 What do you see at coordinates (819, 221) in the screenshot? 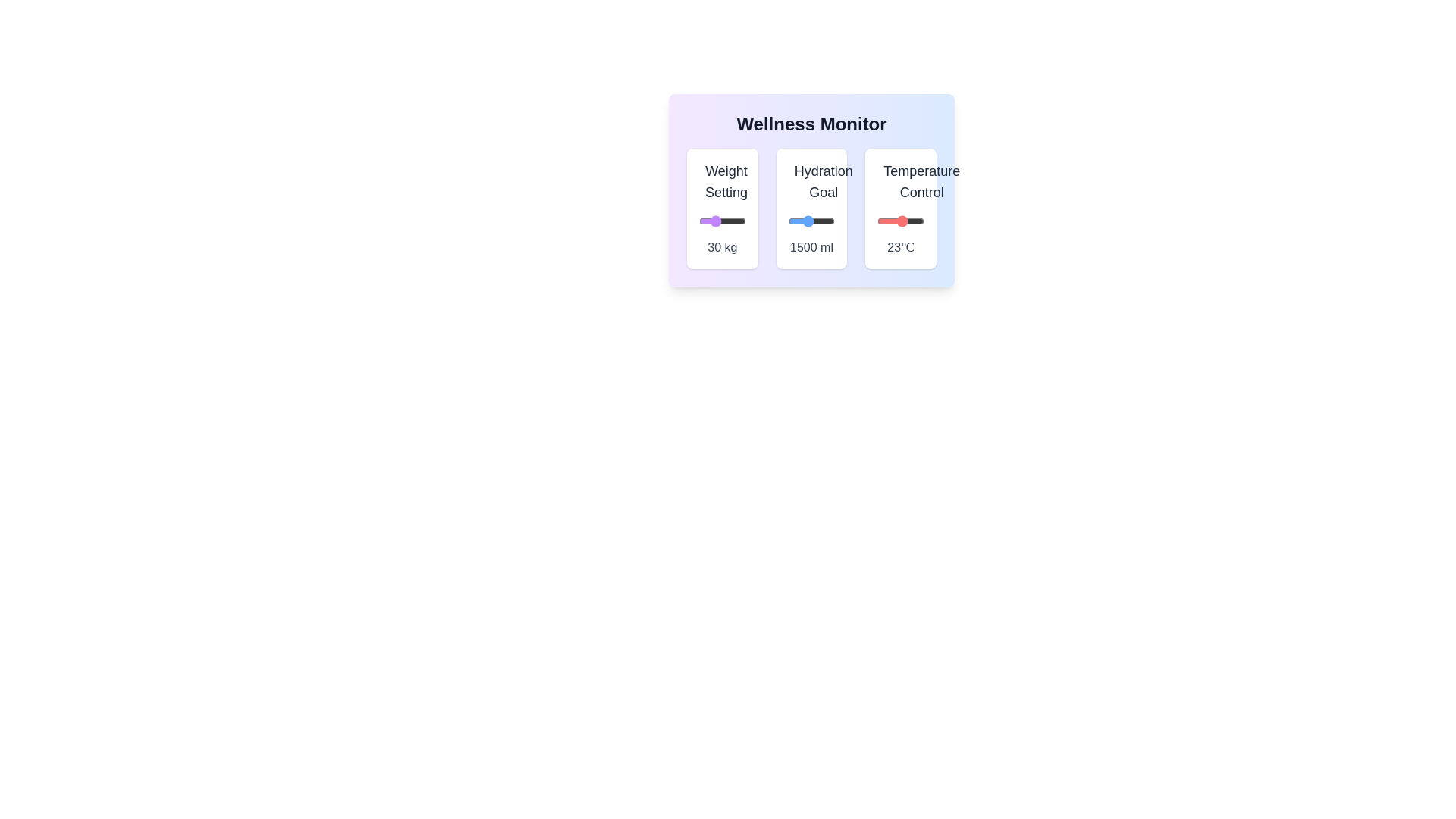
I see `hydration goal` at bounding box center [819, 221].